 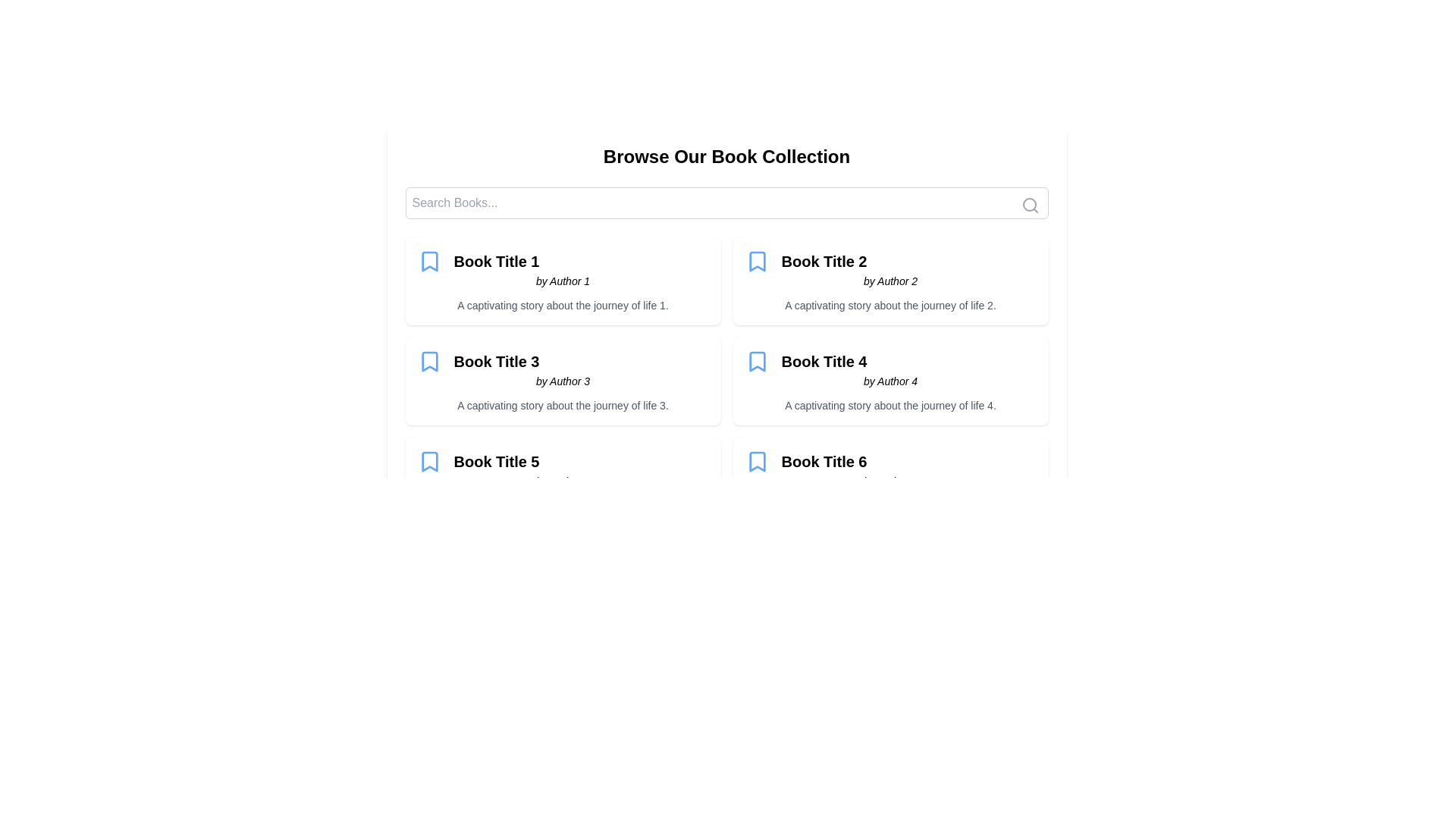 What do you see at coordinates (757, 362) in the screenshot?
I see `the bookmark-shaped icon in light blue color located to the left of 'Book Title 4'` at bounding box center [757, 362].